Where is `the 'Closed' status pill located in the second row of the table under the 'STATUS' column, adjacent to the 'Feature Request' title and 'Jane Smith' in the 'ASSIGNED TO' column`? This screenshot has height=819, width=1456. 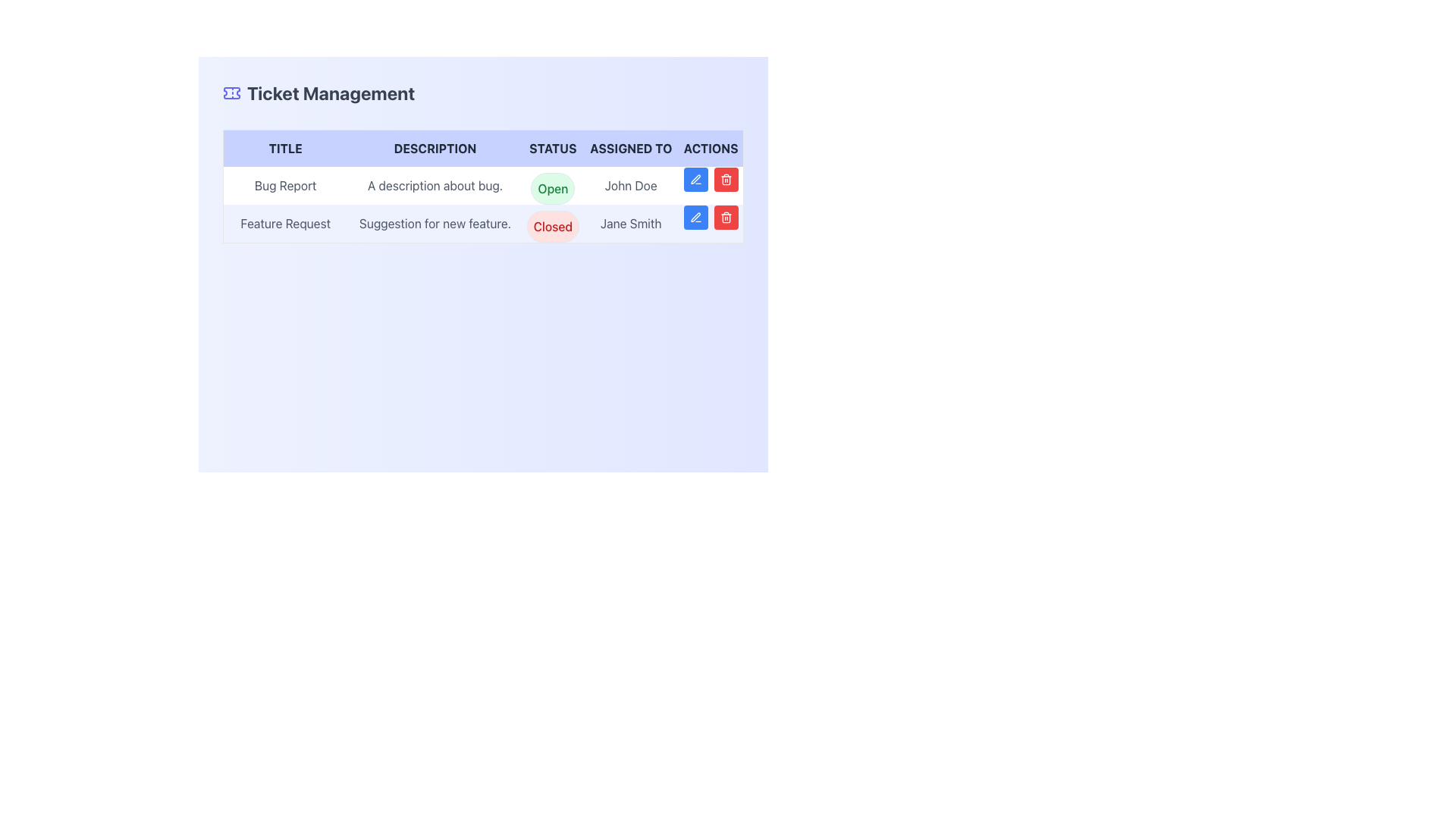
the 'Closed' status pill located in the second row of the table under the 'STATUS' column, adjacent to the 'Feature Request' title and 'Jane Smith' in the 'ASSIGNED TO' column is located at coordinates (552, 226).